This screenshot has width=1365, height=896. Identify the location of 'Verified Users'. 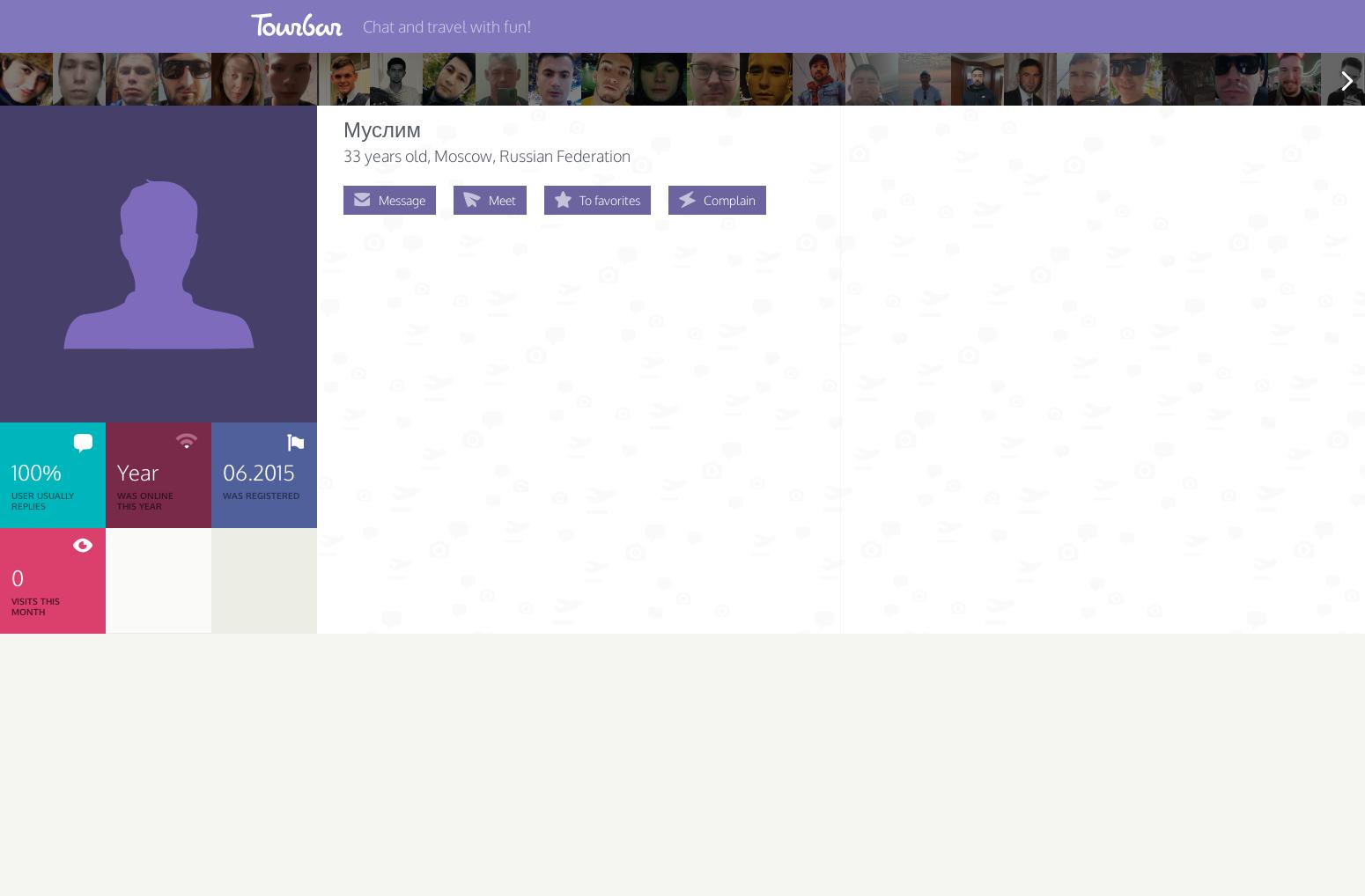
(16, 324).